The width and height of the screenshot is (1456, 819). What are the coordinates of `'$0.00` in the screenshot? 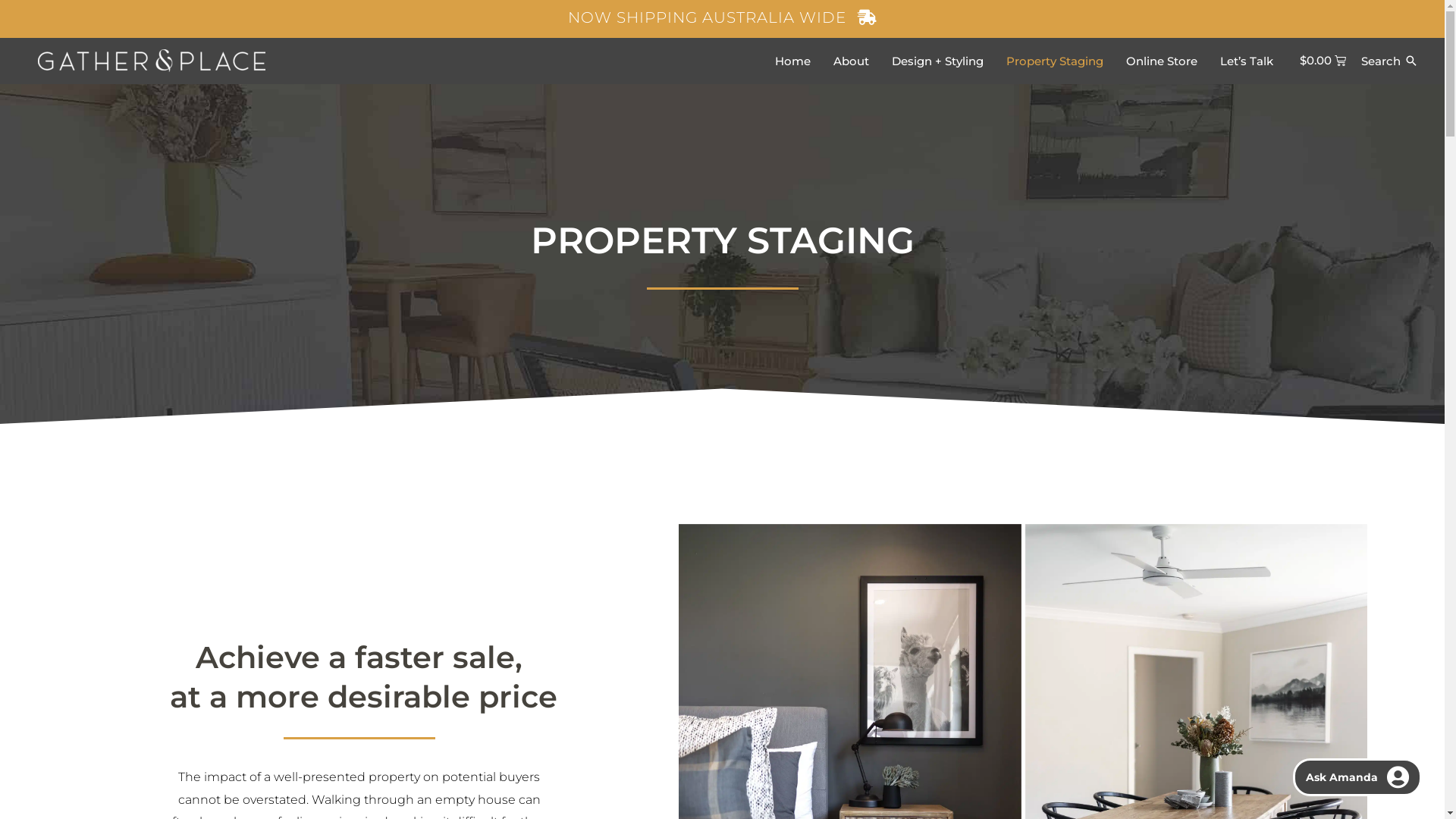 It's located at (1323, 59).